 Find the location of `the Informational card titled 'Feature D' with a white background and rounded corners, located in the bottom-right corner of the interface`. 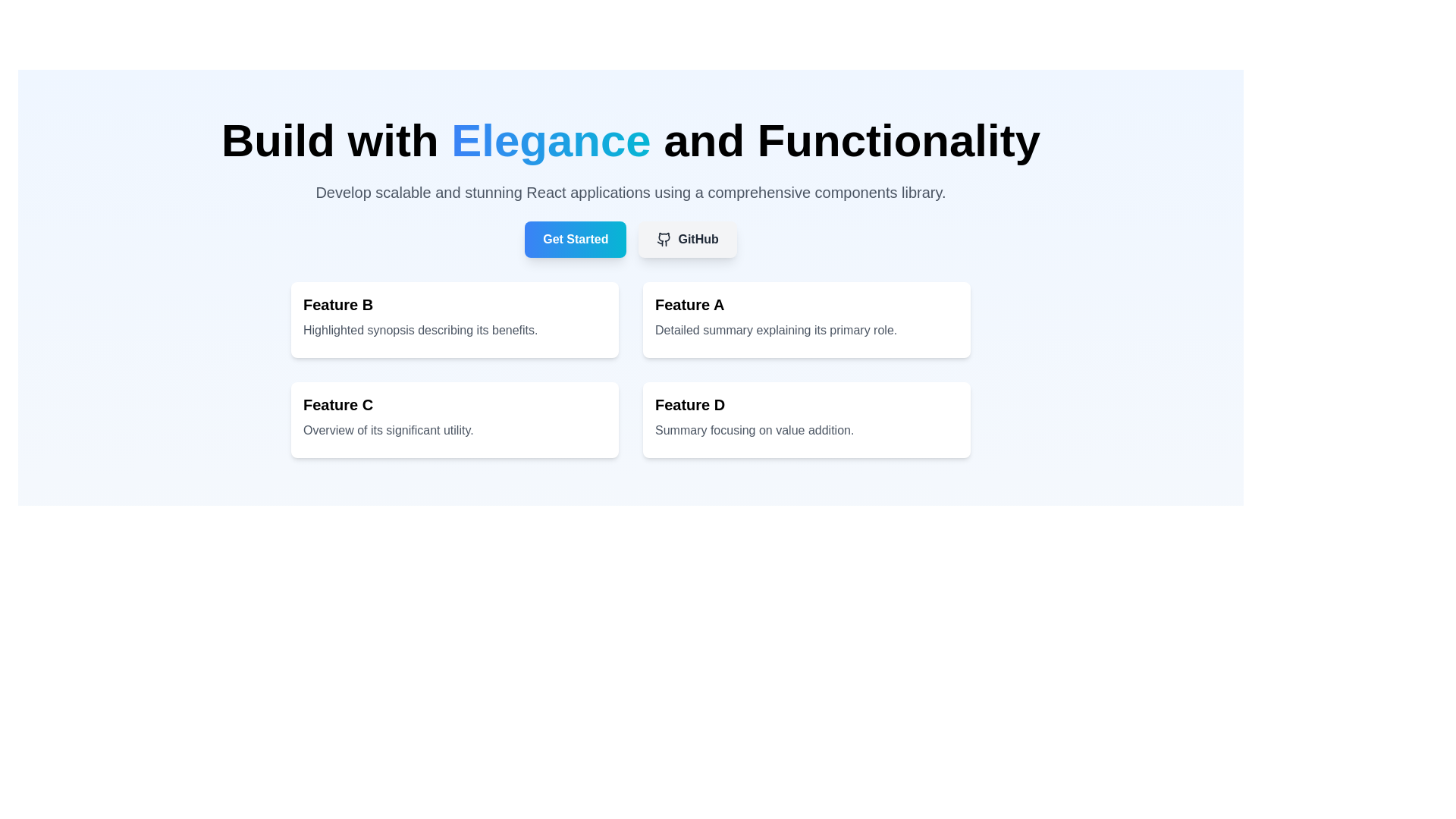

the Informational card titled 'Feature D' with a white background and rounded corners, located in the bottom-right corner of the interface is located at coordinates (806, 420).